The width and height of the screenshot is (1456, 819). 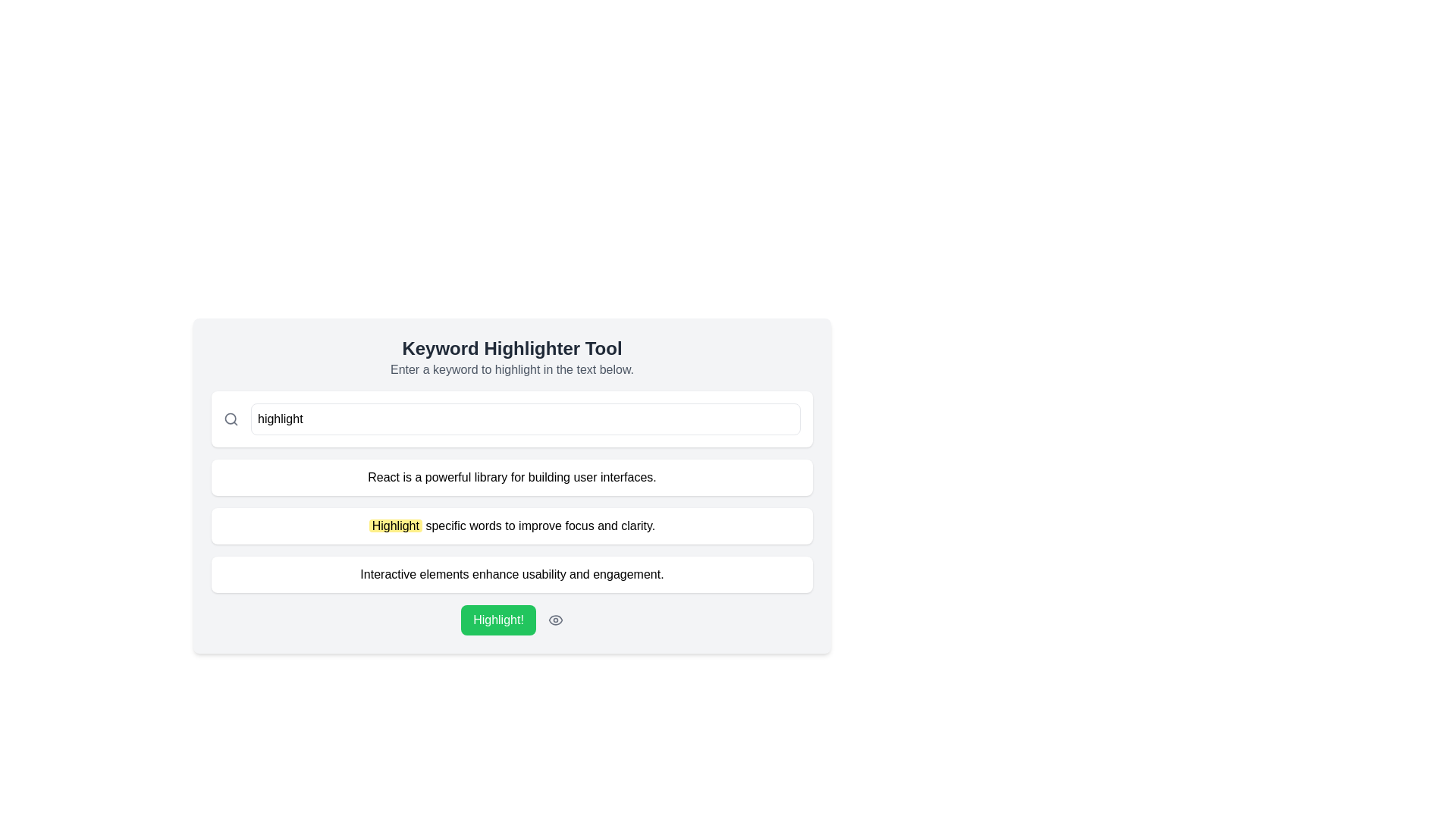 What do you see at coordinates (498, 620) in the screenshot?
I see `the highlight button located near the bottom of the interface, which is the leftmost element in a horizontal row, to observe style changes` at bounding box center [498, 620].